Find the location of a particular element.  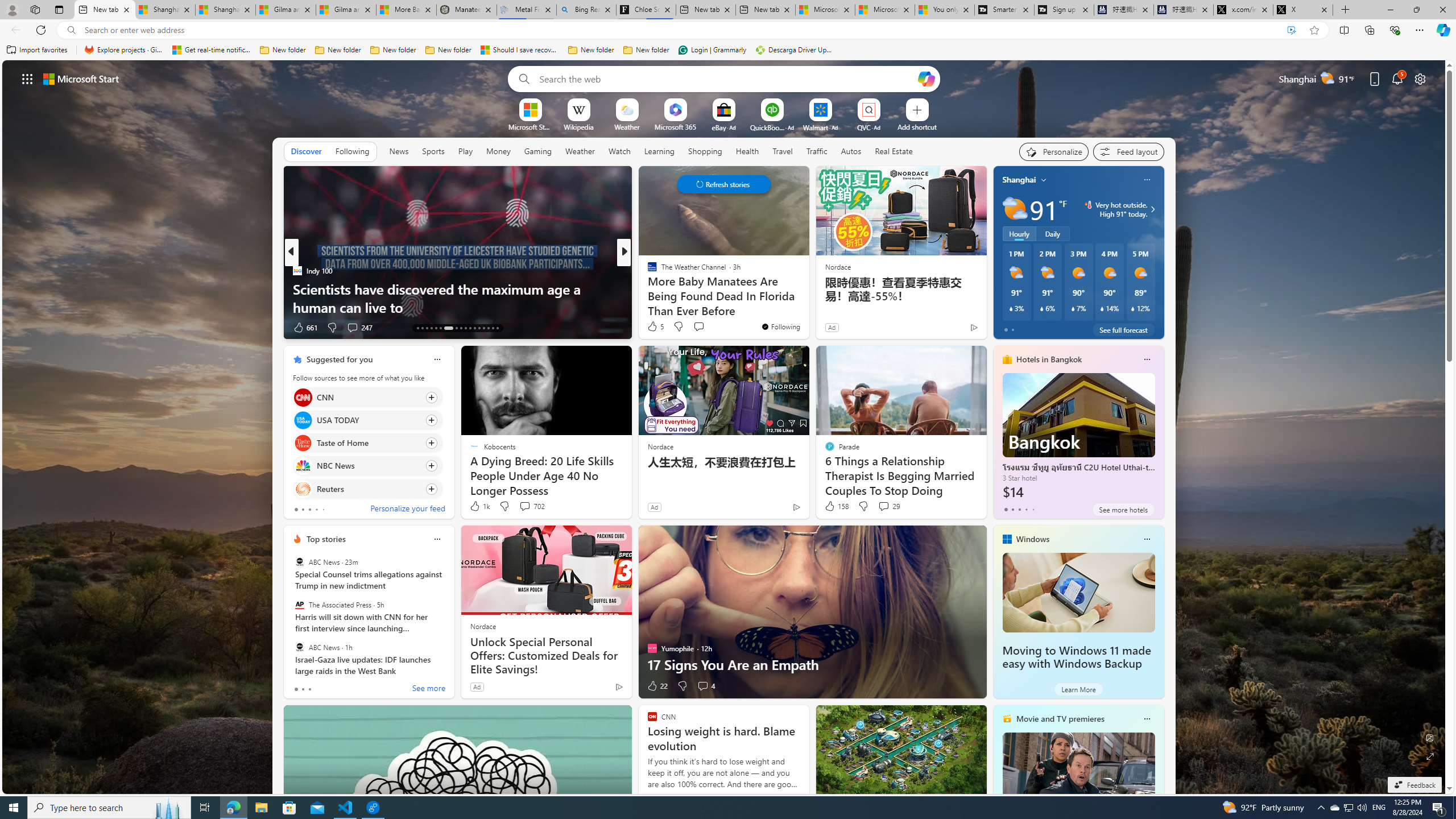

'See full forecast' is located at coordinates (1123, 329).